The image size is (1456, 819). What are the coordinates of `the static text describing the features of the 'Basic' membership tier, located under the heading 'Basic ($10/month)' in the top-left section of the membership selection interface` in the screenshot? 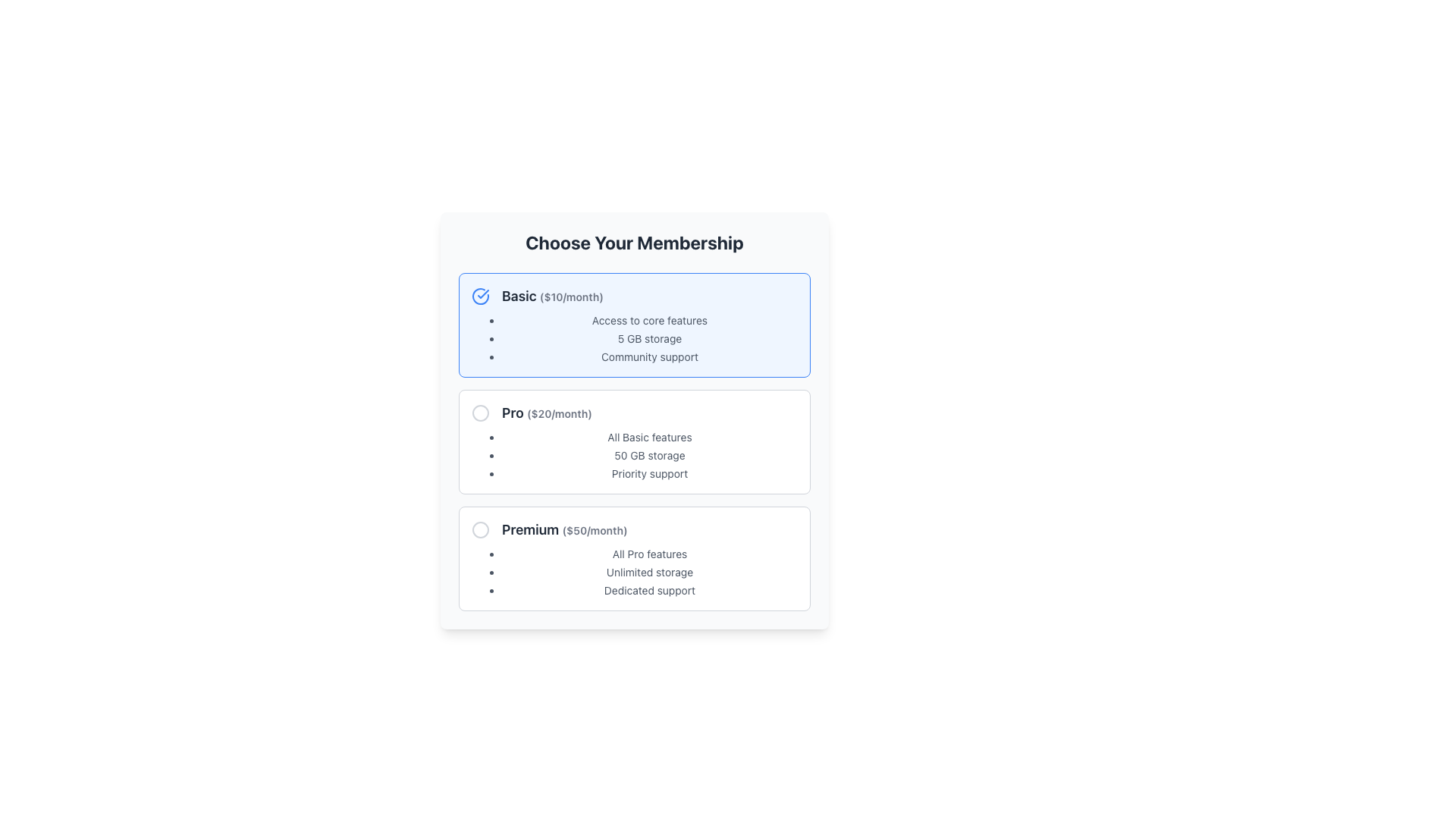 It's located at (650, 320).